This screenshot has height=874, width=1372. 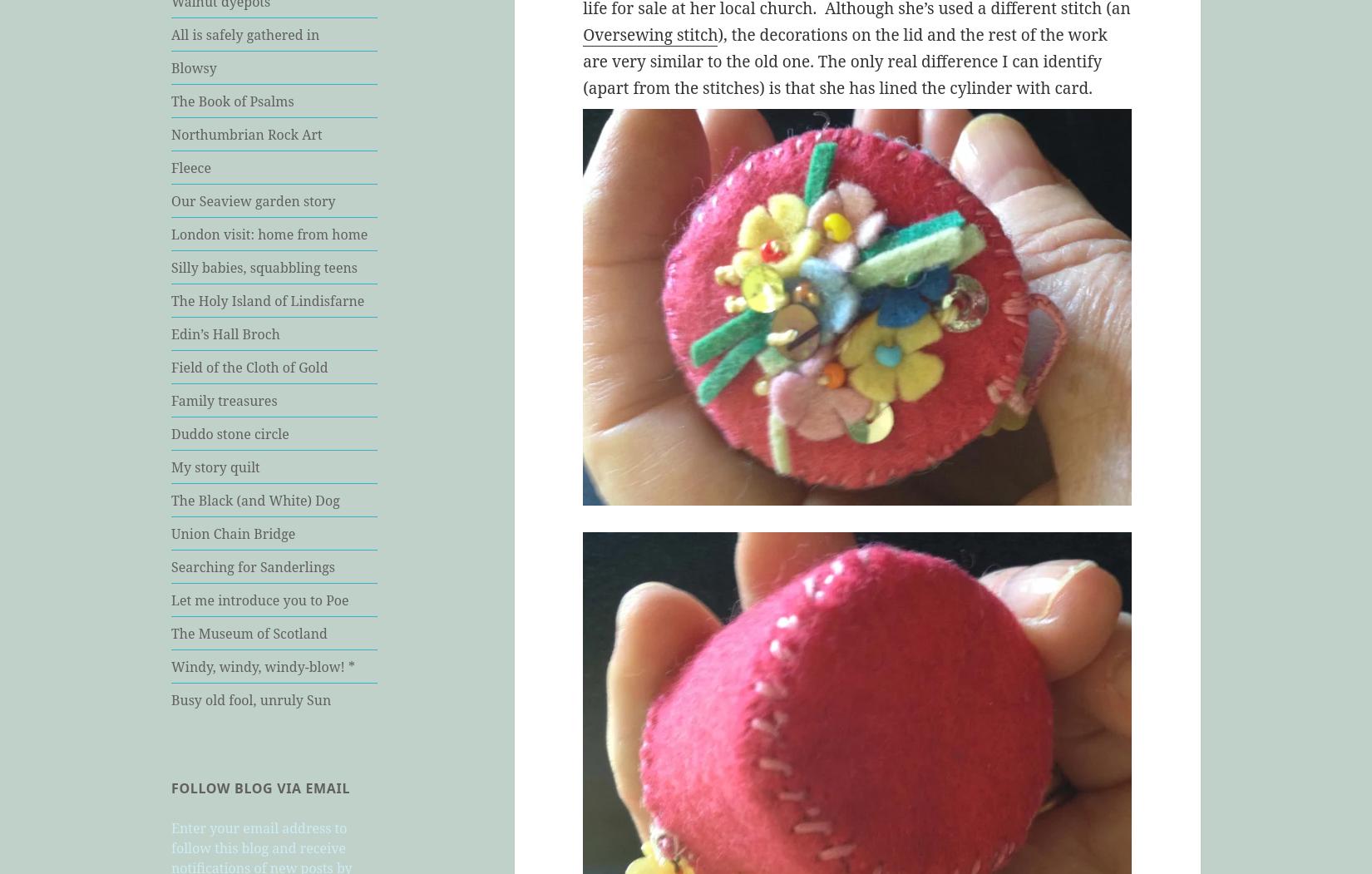 What do you see at coordinates (170, 332) in the screenshot?
I see `'Edin’s Hall Broch'` at bounding box center [170, 332].